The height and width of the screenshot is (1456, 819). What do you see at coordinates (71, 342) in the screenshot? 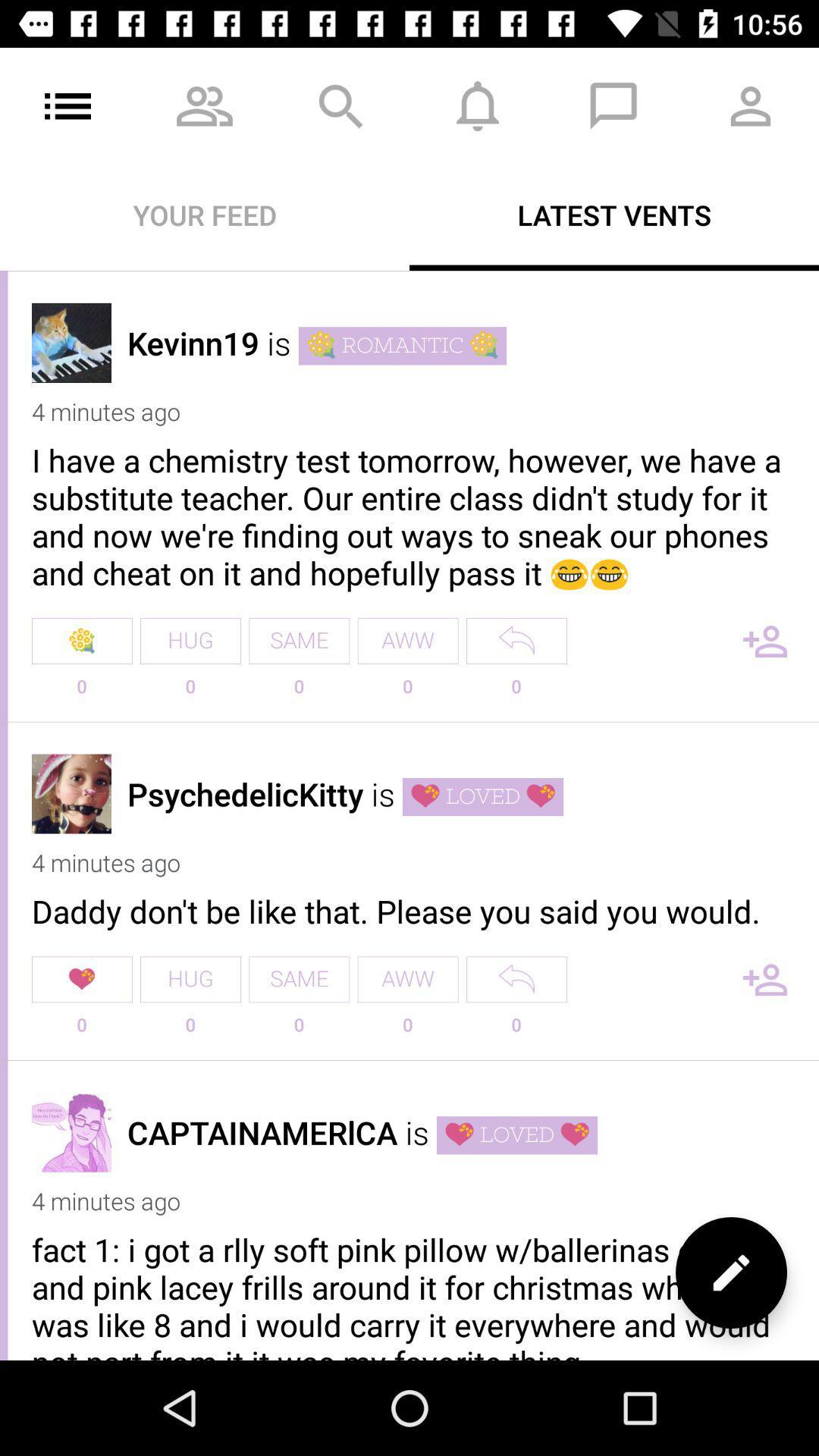
I see `profile picture` at bounding box center [71, 342].